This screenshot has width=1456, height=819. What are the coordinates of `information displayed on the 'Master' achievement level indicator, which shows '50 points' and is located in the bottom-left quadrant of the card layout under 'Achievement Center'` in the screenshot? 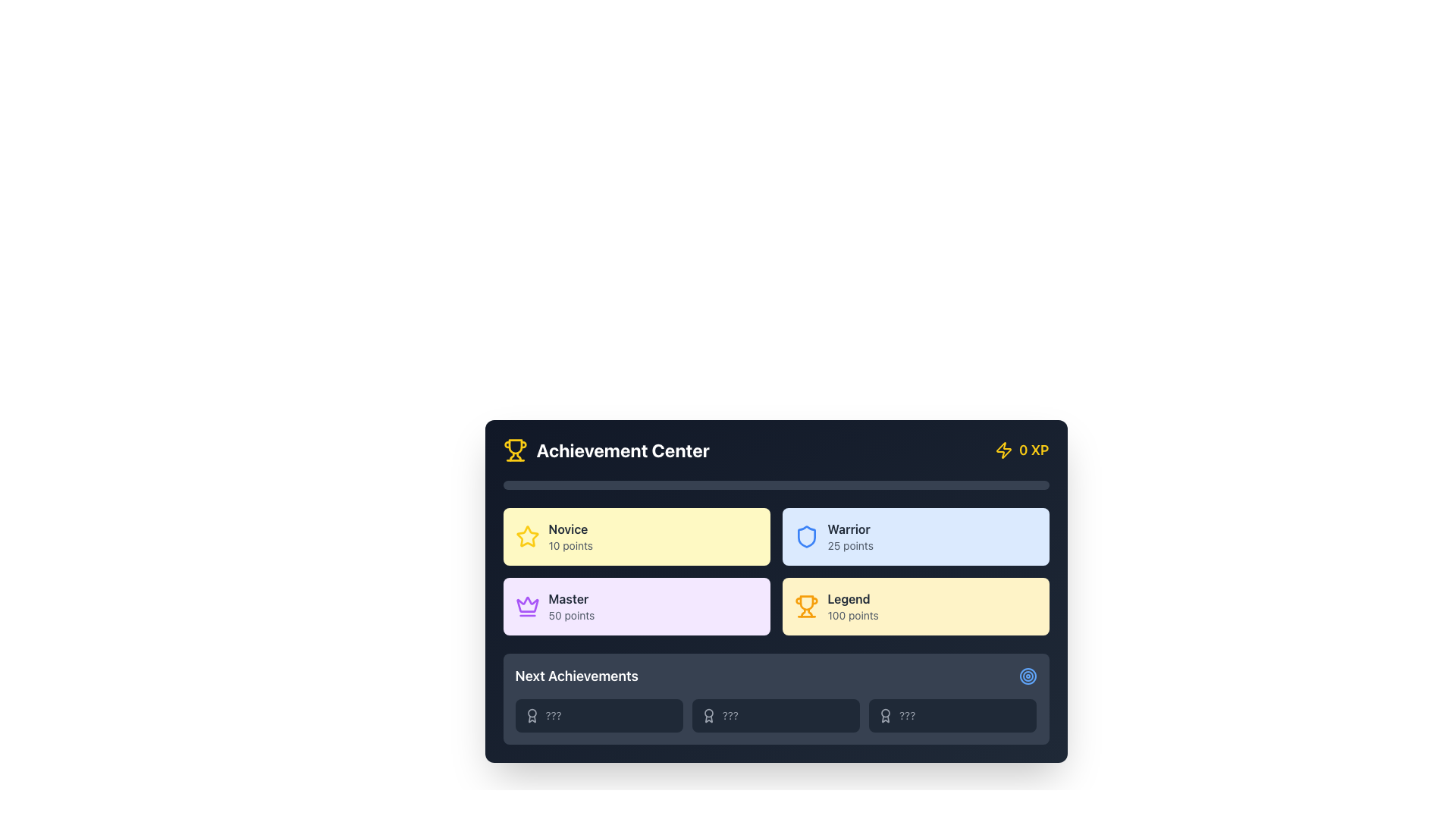 It's located at (636, 605).